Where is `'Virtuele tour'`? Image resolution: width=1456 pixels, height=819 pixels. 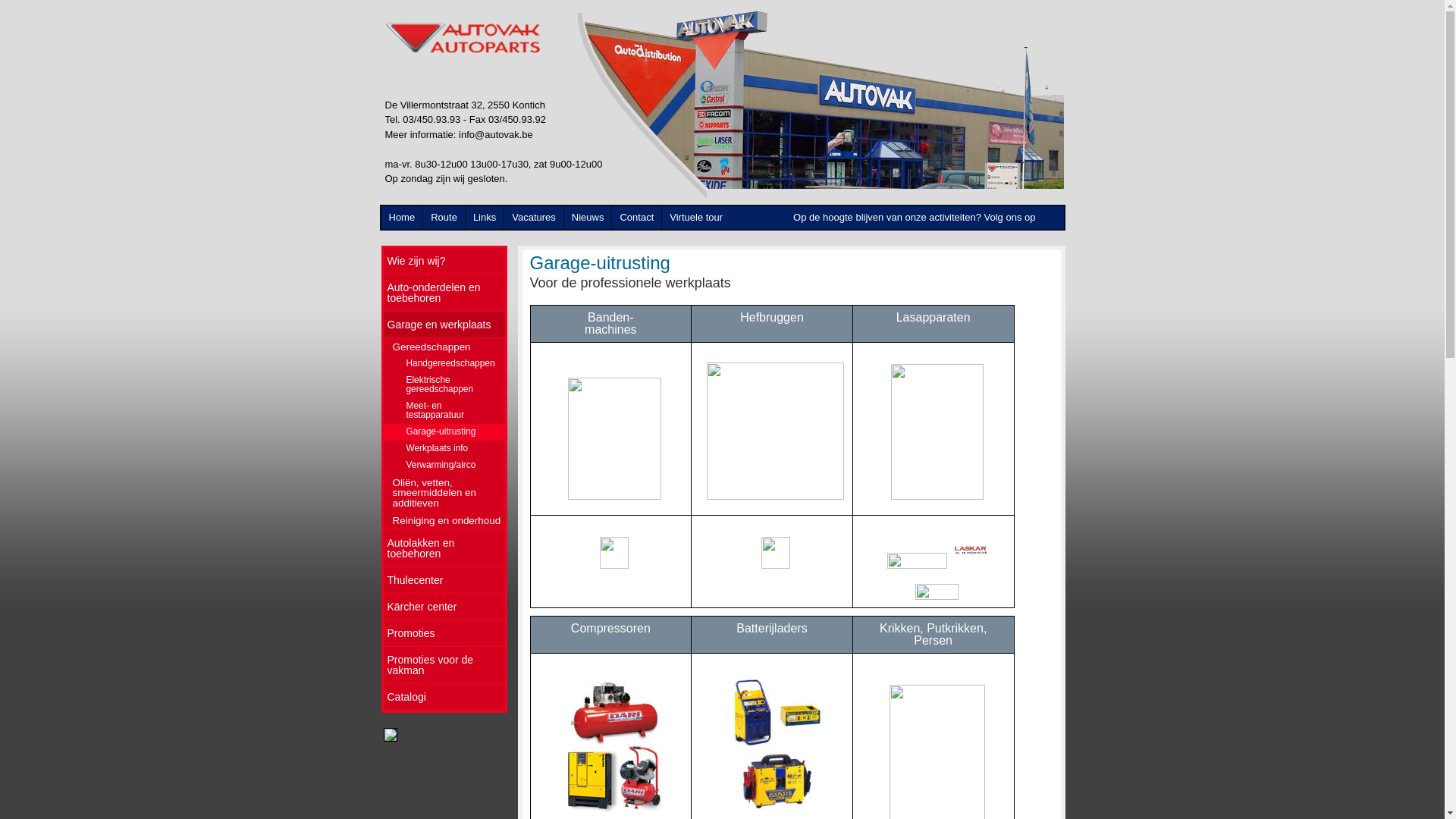 'Virtuele tour' is located at coordinates (695, 218).